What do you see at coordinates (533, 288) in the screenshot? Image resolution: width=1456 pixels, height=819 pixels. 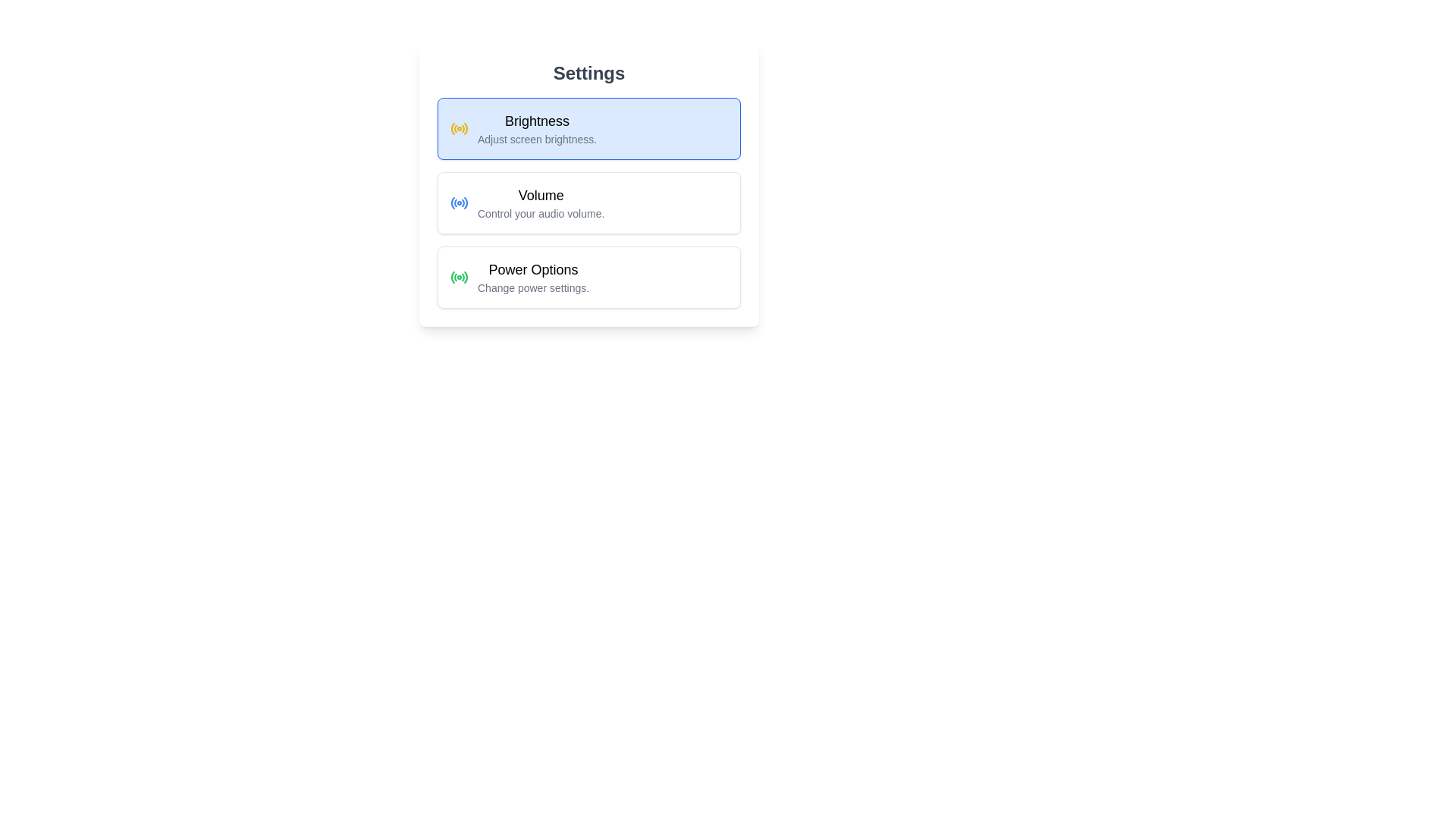 I see `the Text label that provides additional descriptive information about the 'Power Options' setting, located below the primary label in its section` at bounding box center [533, 288].